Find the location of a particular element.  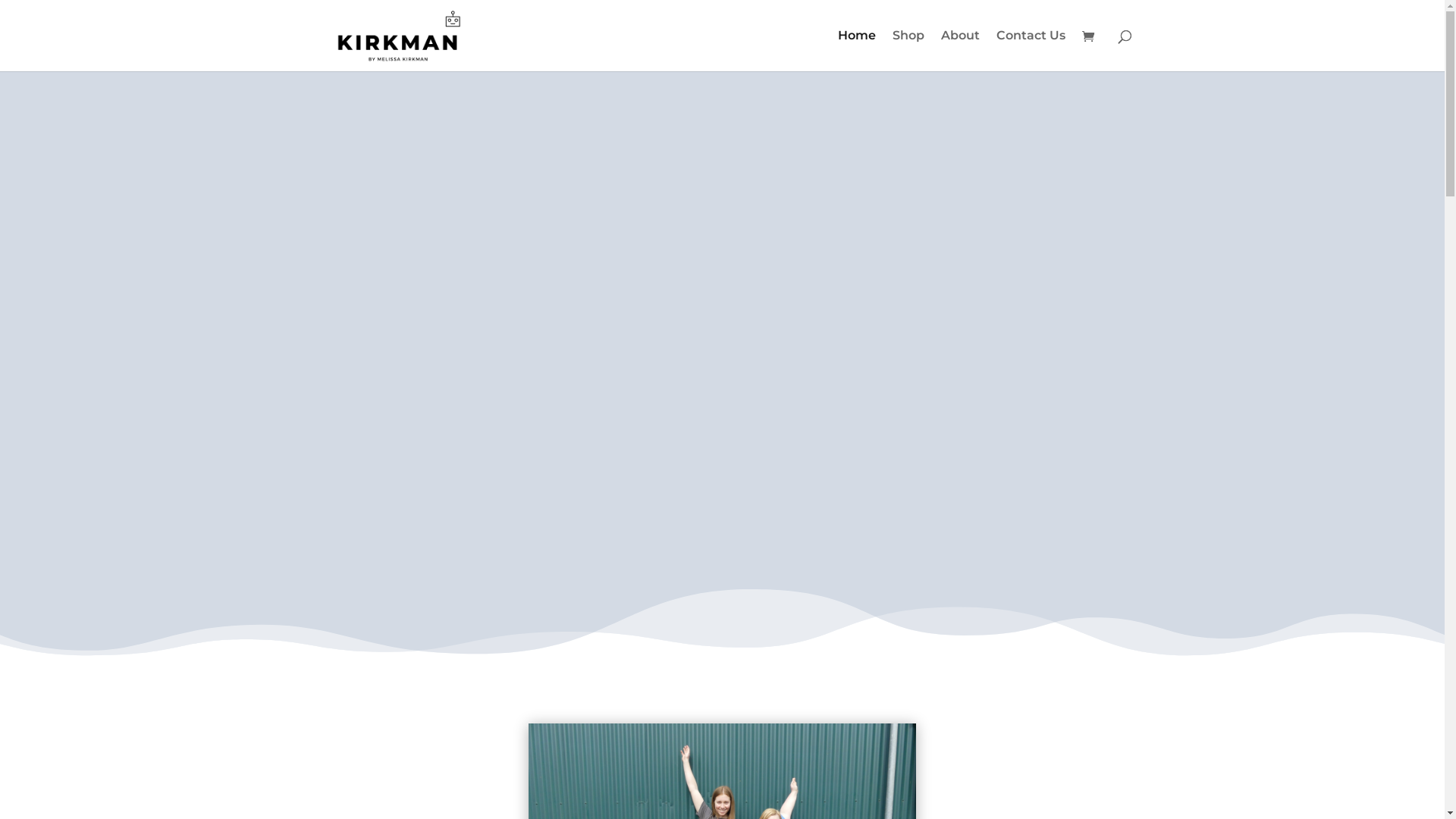

'Contact Us' is located at coordinates (1031, 49).